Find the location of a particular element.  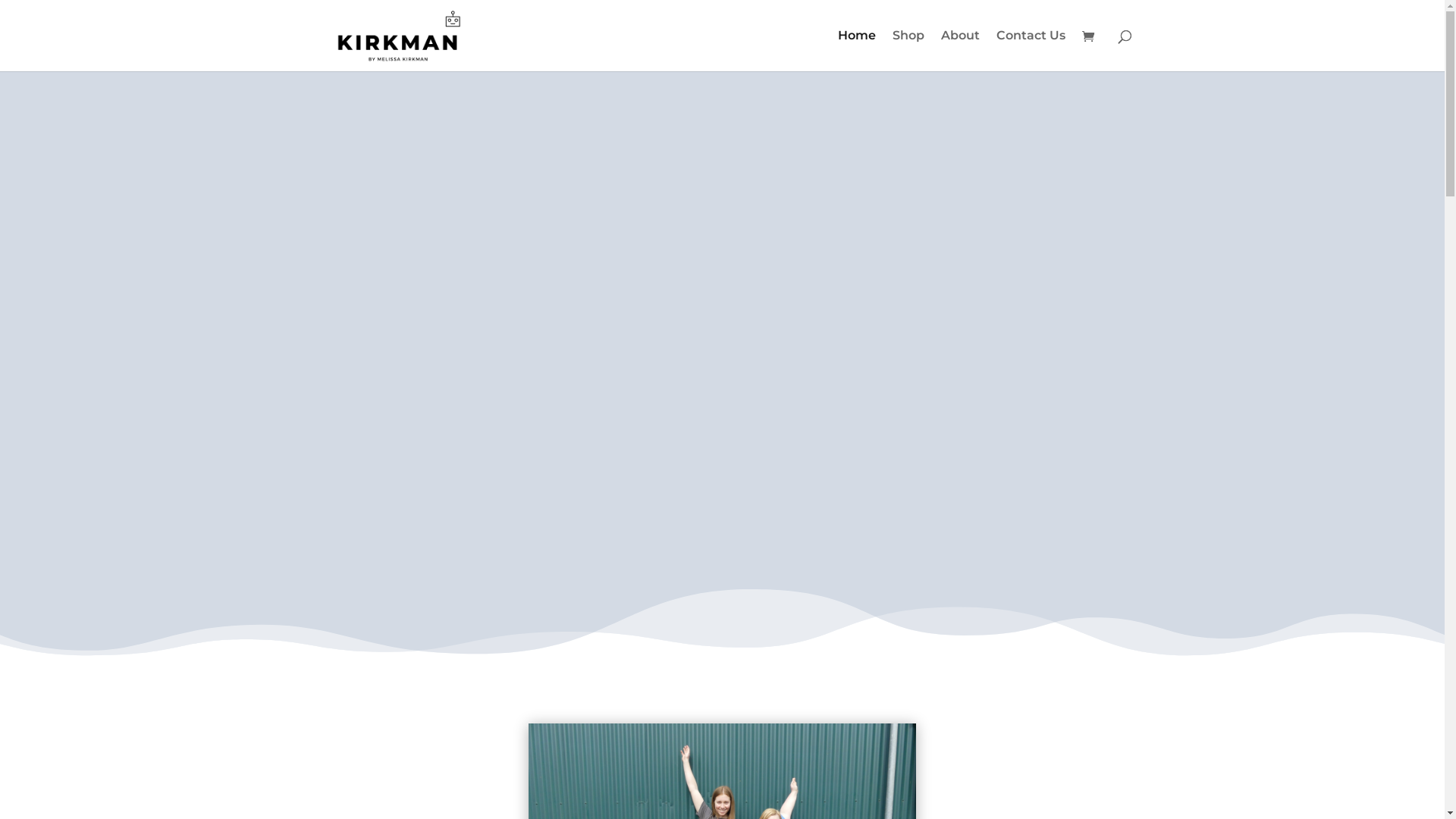

'Contact Us' is located at coordinates (1031, 49).